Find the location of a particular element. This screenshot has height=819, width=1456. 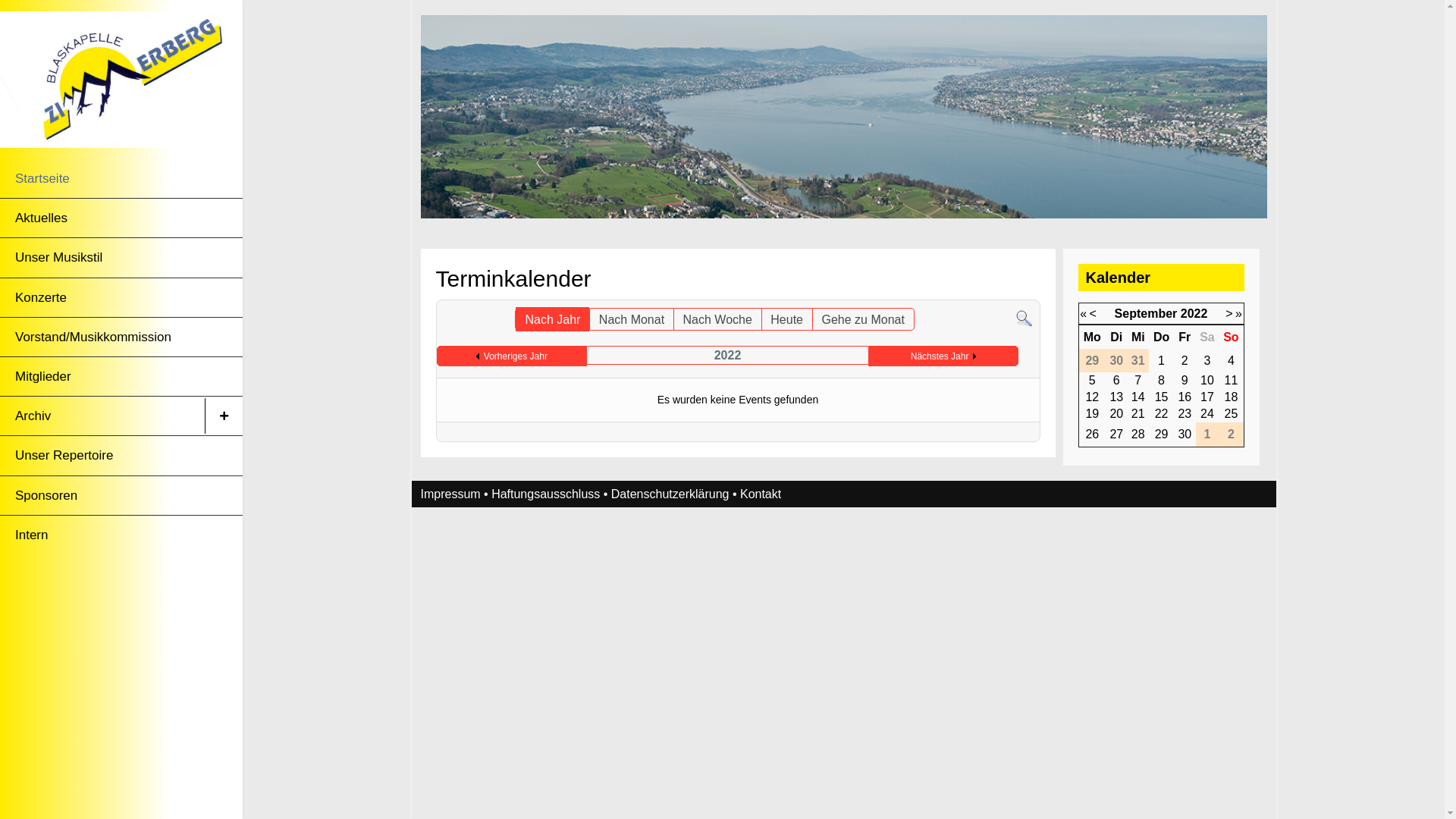

'3' is located at coordinates (1203, 360).